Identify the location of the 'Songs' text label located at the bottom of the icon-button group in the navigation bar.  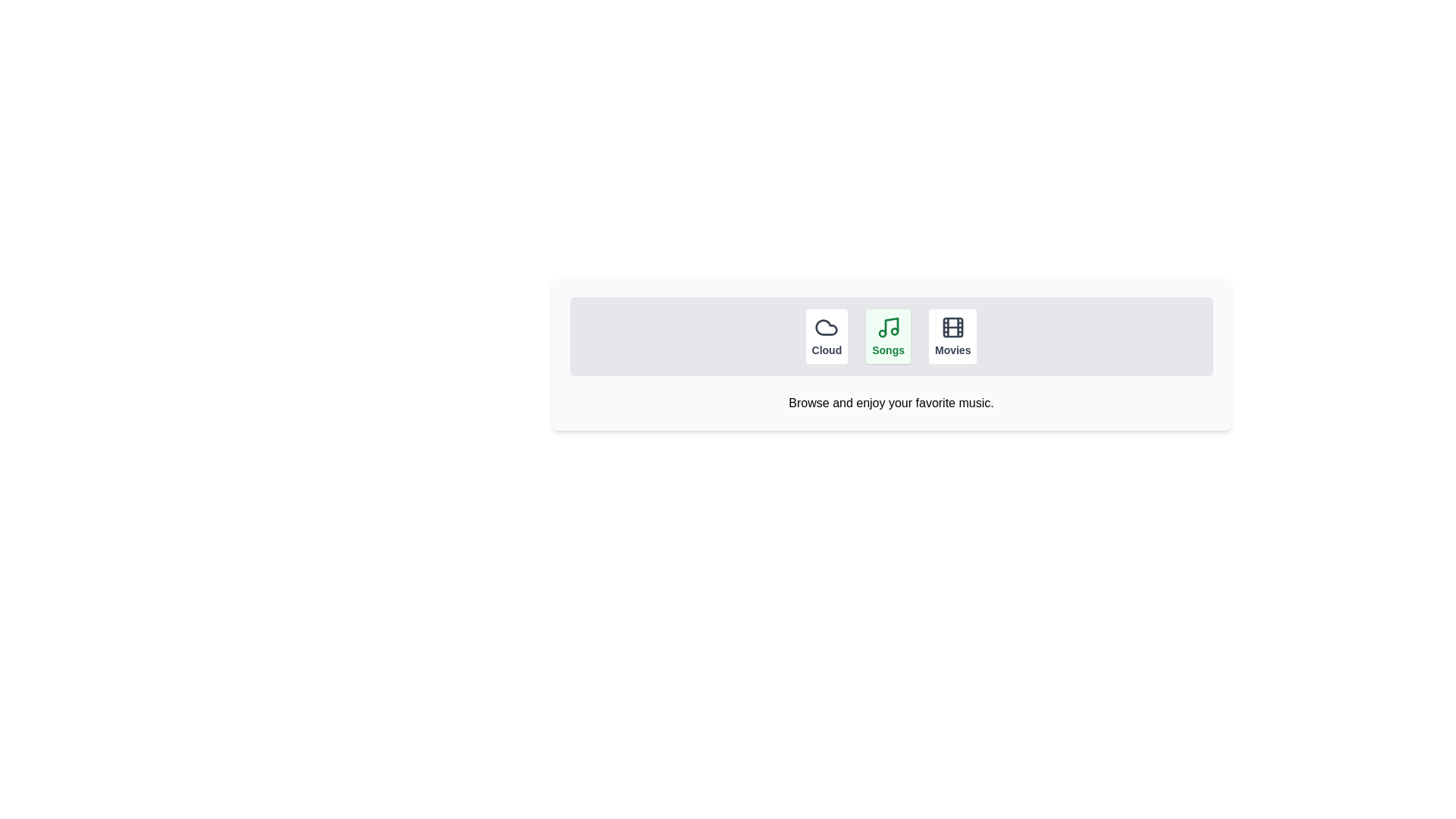
(888, 350).